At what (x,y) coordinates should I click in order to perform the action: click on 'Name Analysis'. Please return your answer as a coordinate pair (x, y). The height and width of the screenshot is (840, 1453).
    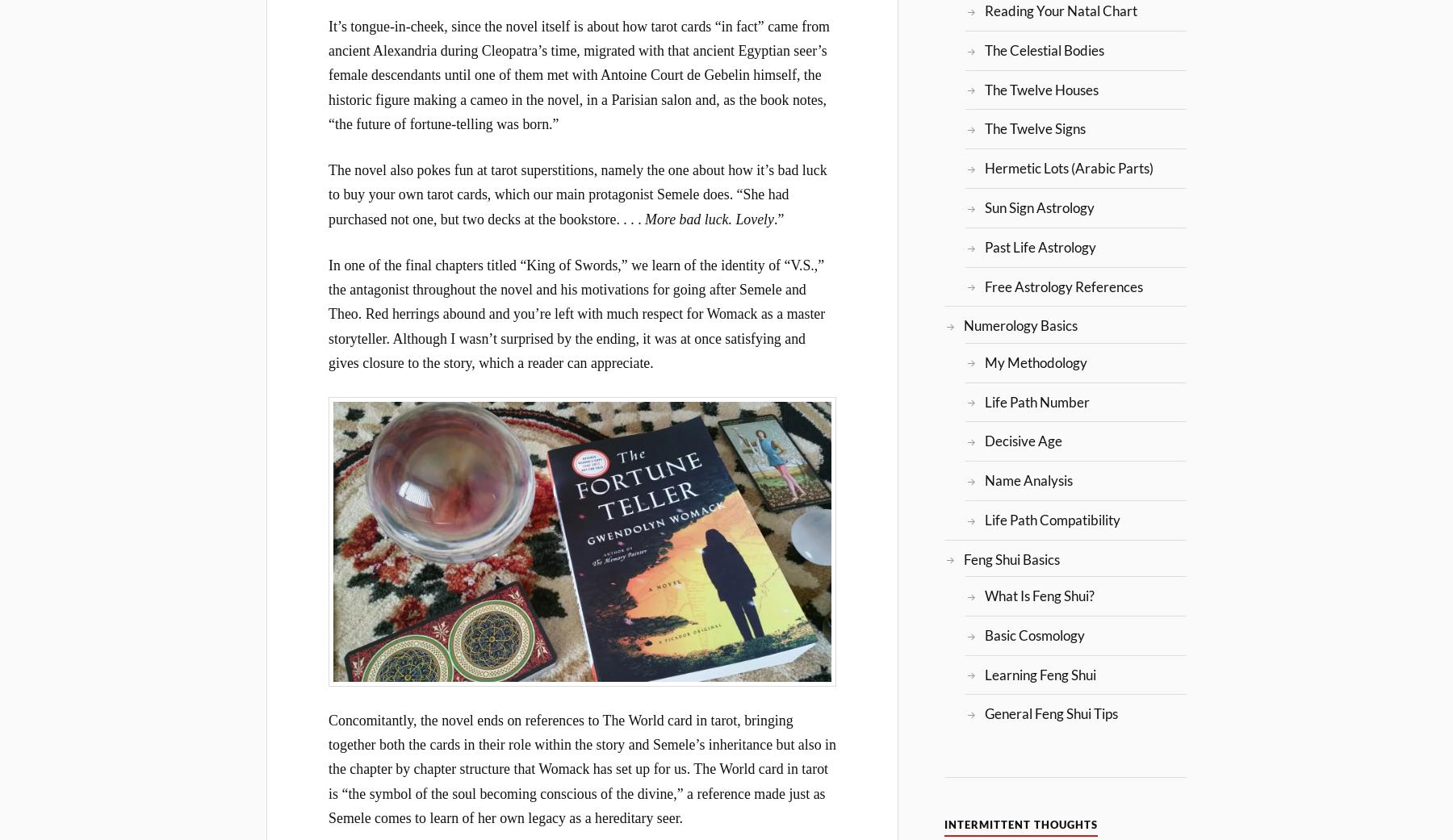
    Looking at the image, I should click on (1028, 480).